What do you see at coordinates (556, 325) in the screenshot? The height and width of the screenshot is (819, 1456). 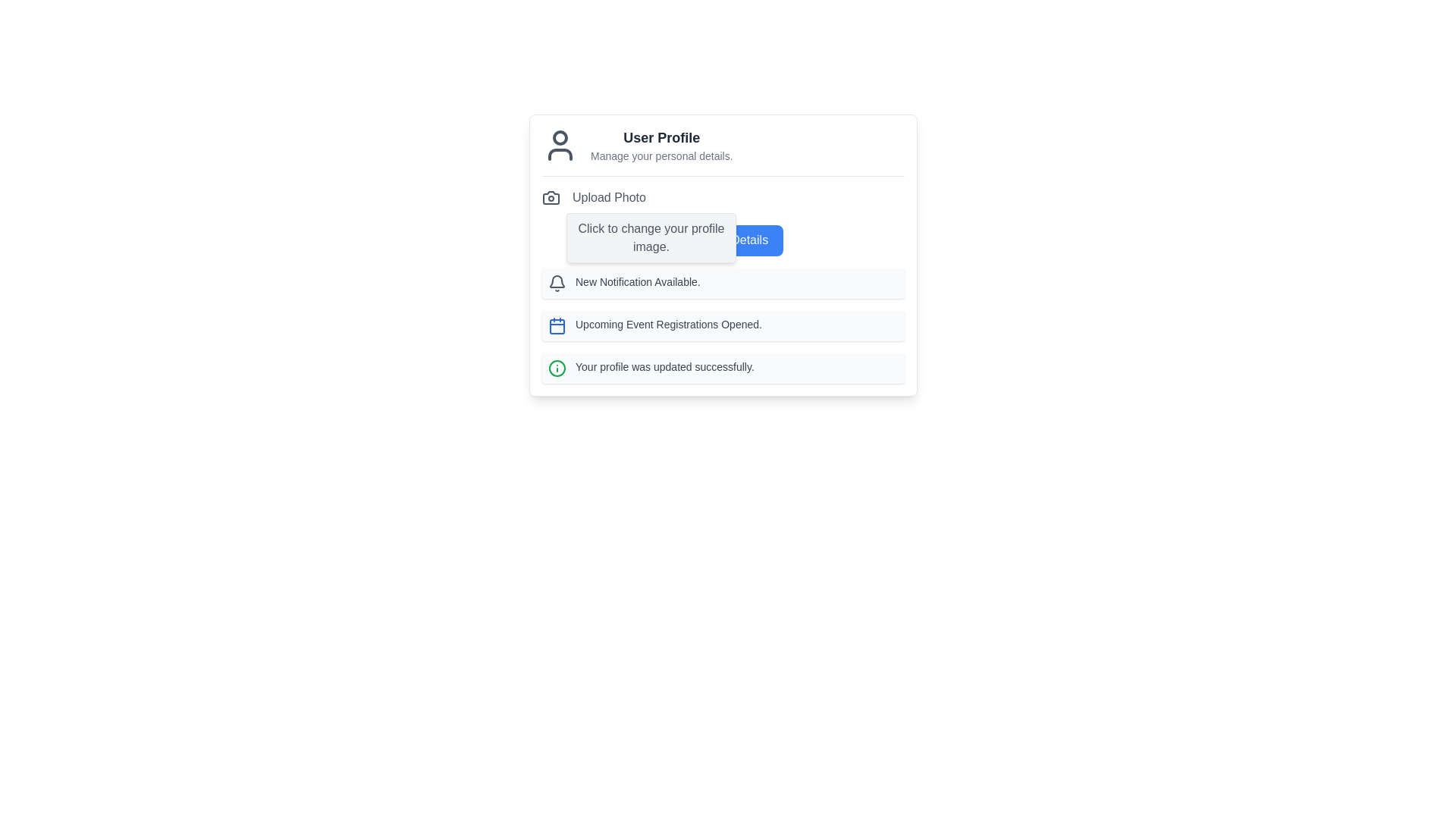 I see `the inner square of the calendar icon, which represents the core section for dates or events, located near the 'Upcoming Event Registrations Opened' text` at bounding box center [556, 325].